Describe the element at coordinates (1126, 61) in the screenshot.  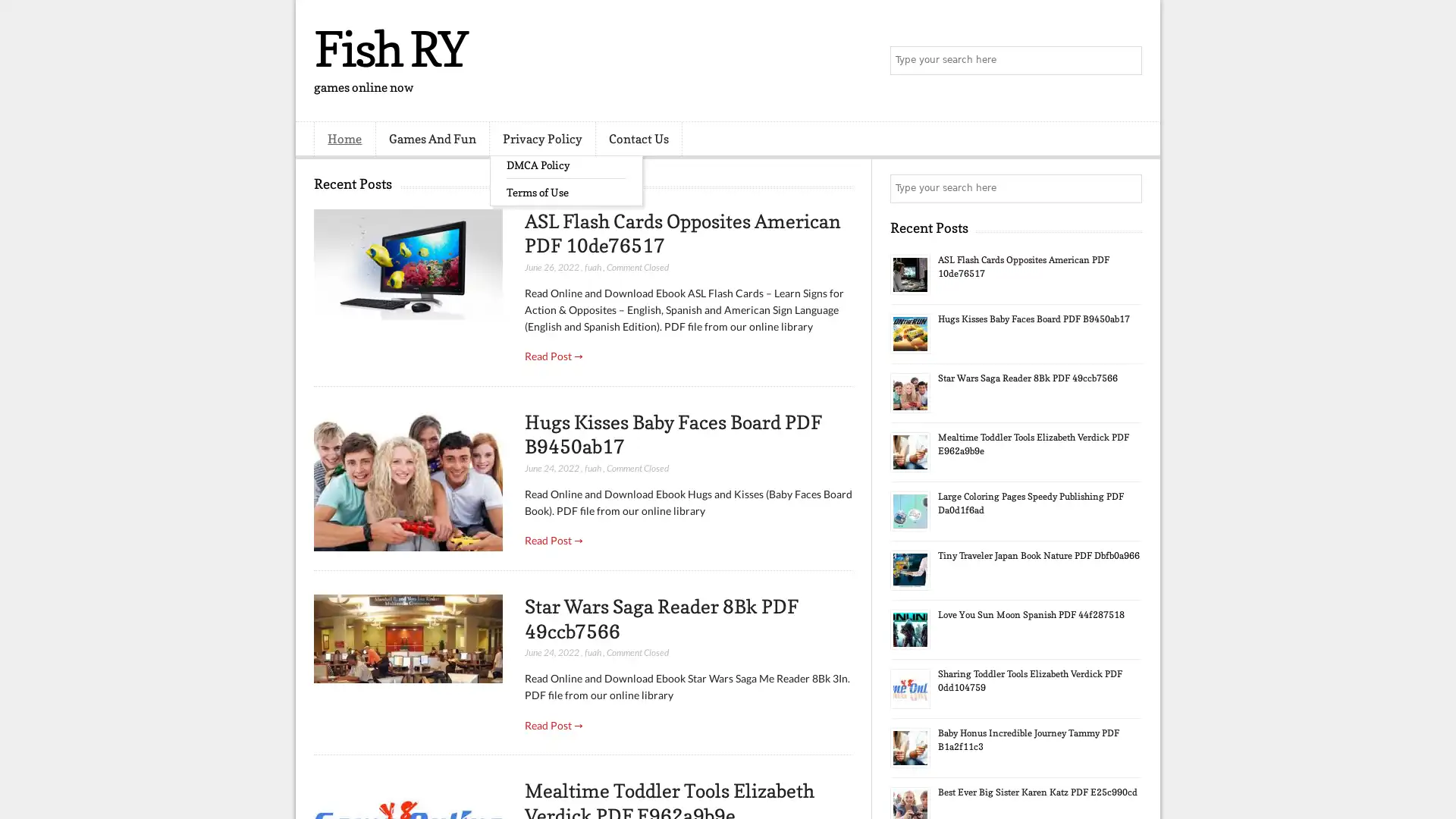
I see `Search` at that location.